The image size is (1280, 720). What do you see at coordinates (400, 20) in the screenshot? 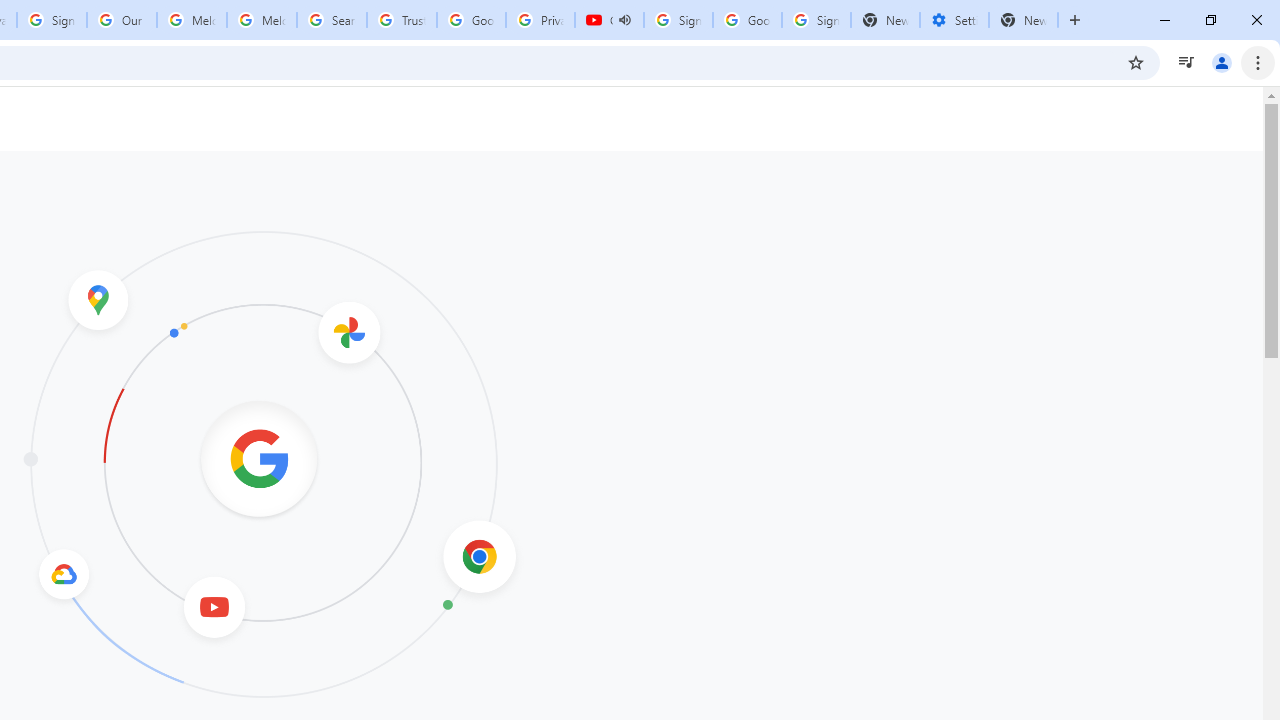
I see `'Trusted Information and Content - Google Safety Center'` at bounding box center [400, 20].